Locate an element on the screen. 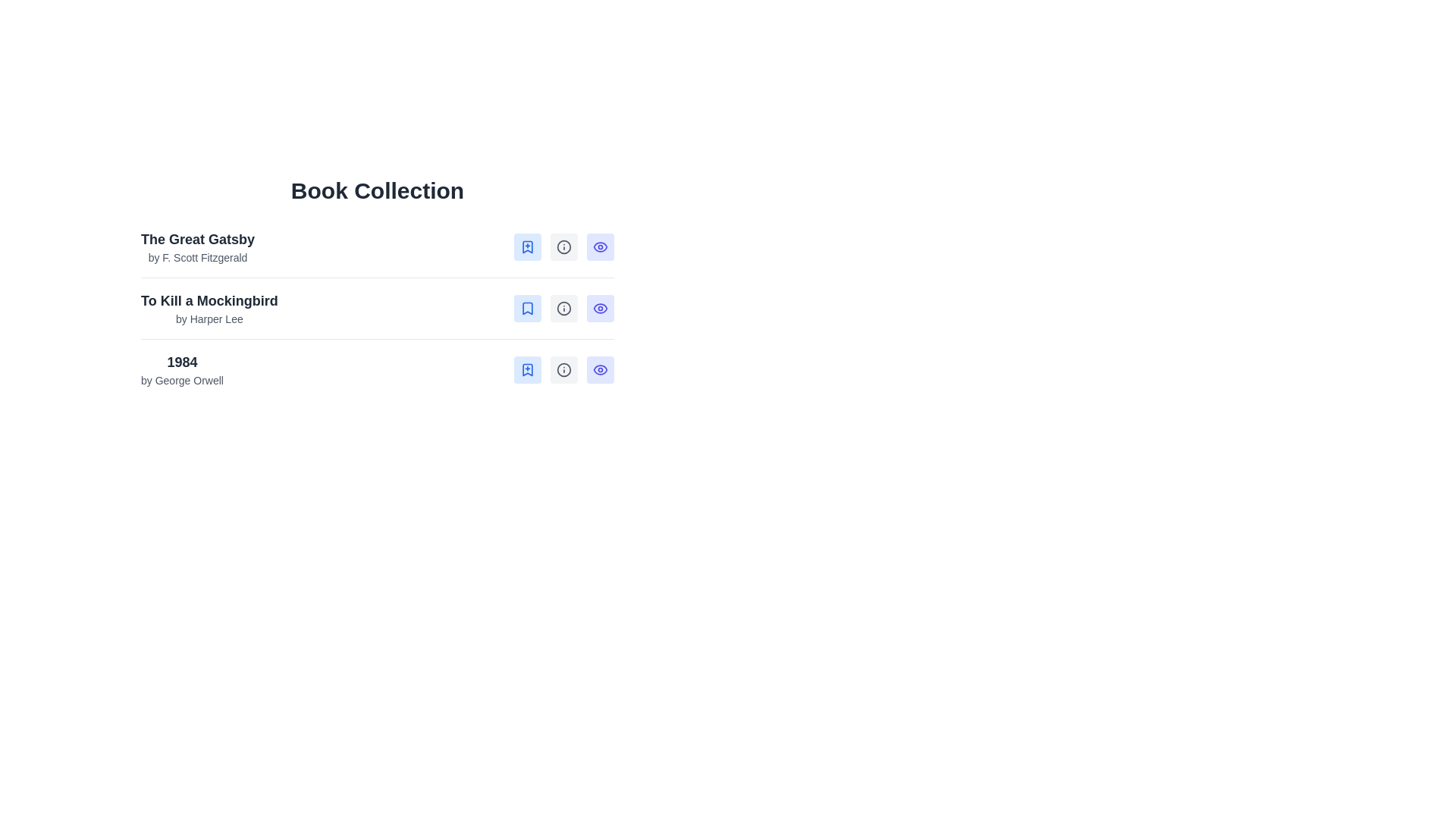 Image resolution: width=1456 pixels, height=819 pixels. the visibility icon (eye) located in the third row of the book collection table, specifically the icon associated with the book '1984' by George Orwell is located at coordinates (600, 246).